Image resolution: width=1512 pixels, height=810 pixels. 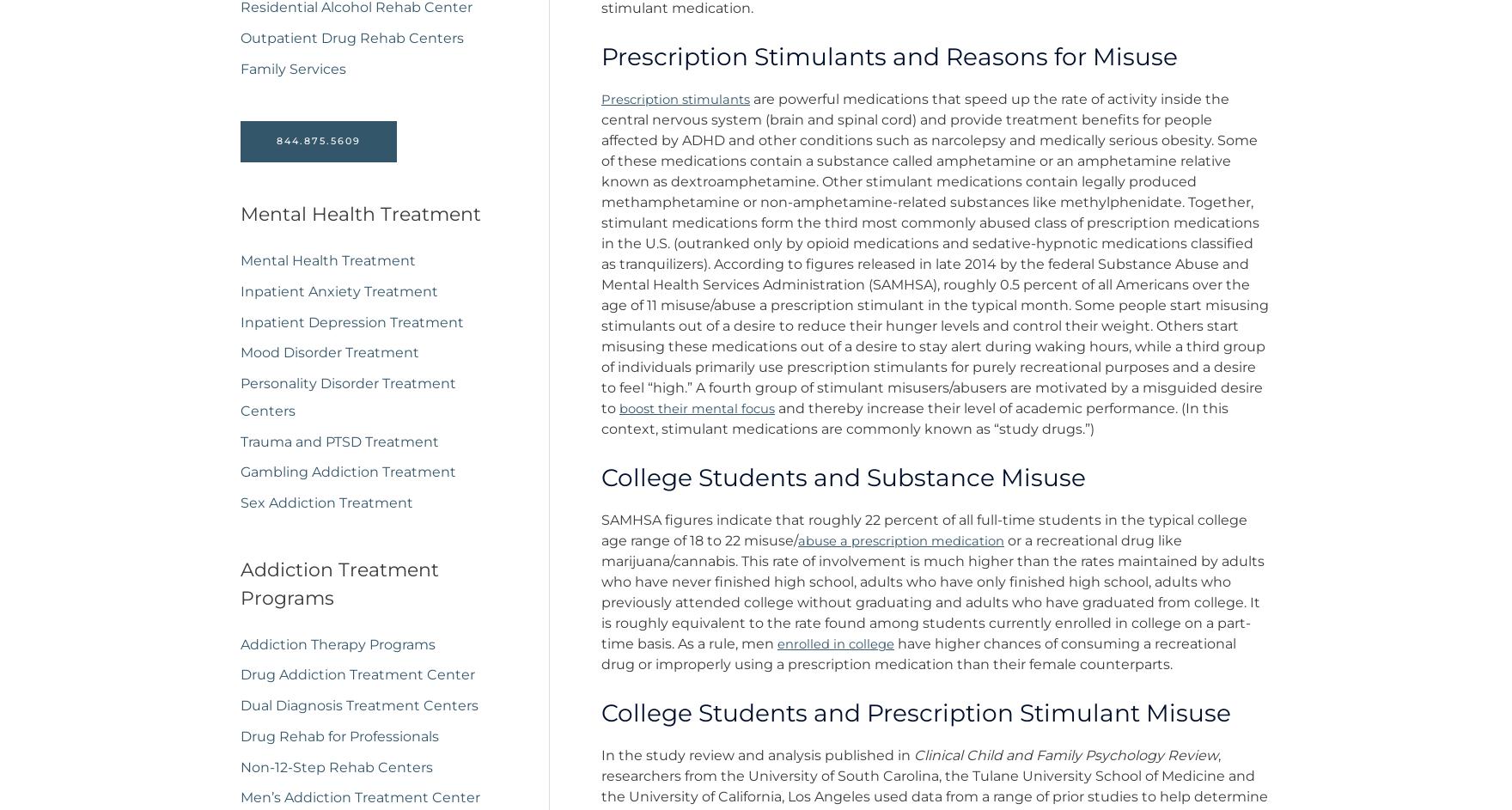 What do you see at coordinates (292, 71) in the screenshot?
I see `'Family Services'` at bounding box center [292, 71].